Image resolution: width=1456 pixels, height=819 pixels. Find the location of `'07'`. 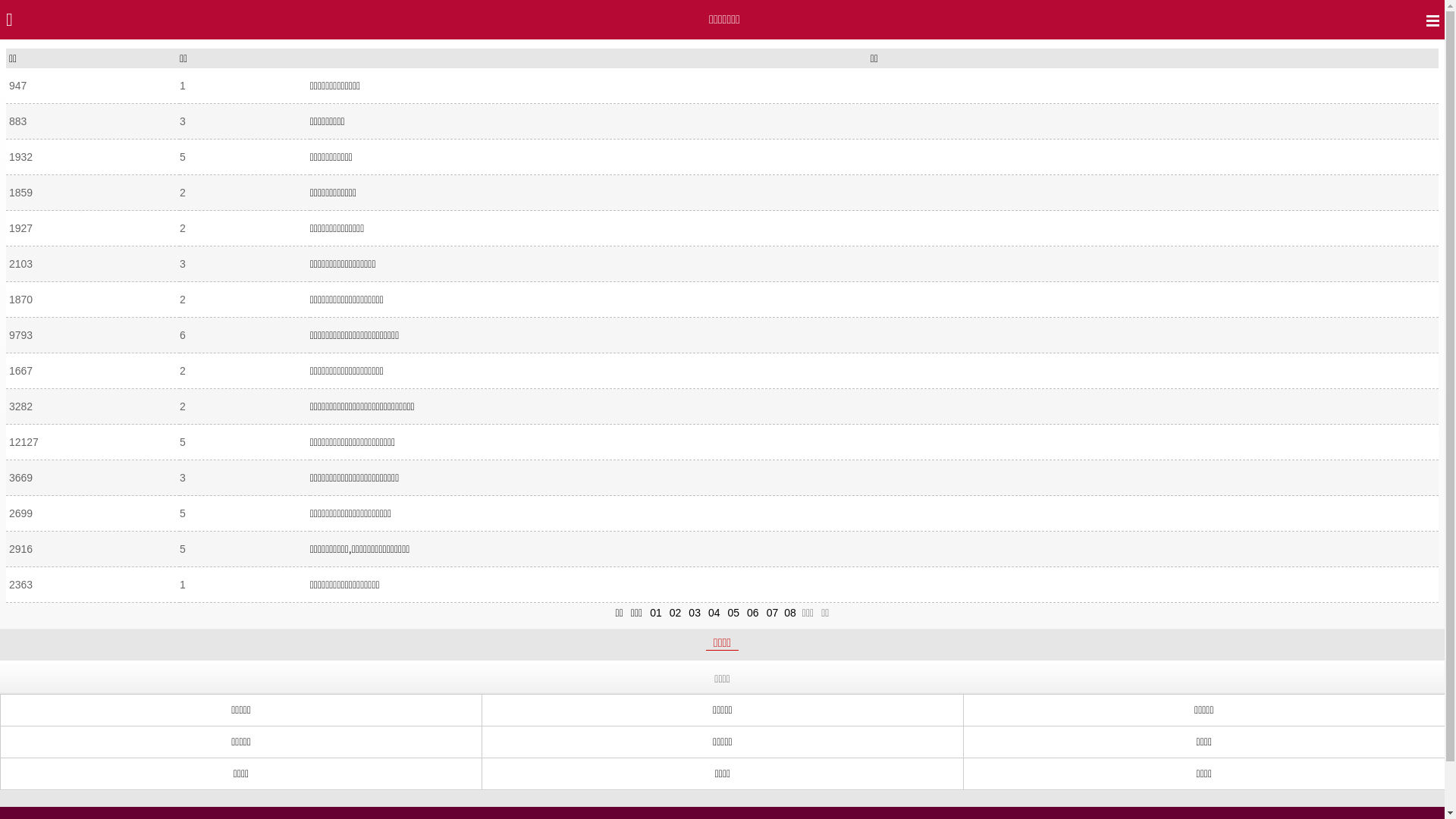

'07' is located at coordinates (772, 611).